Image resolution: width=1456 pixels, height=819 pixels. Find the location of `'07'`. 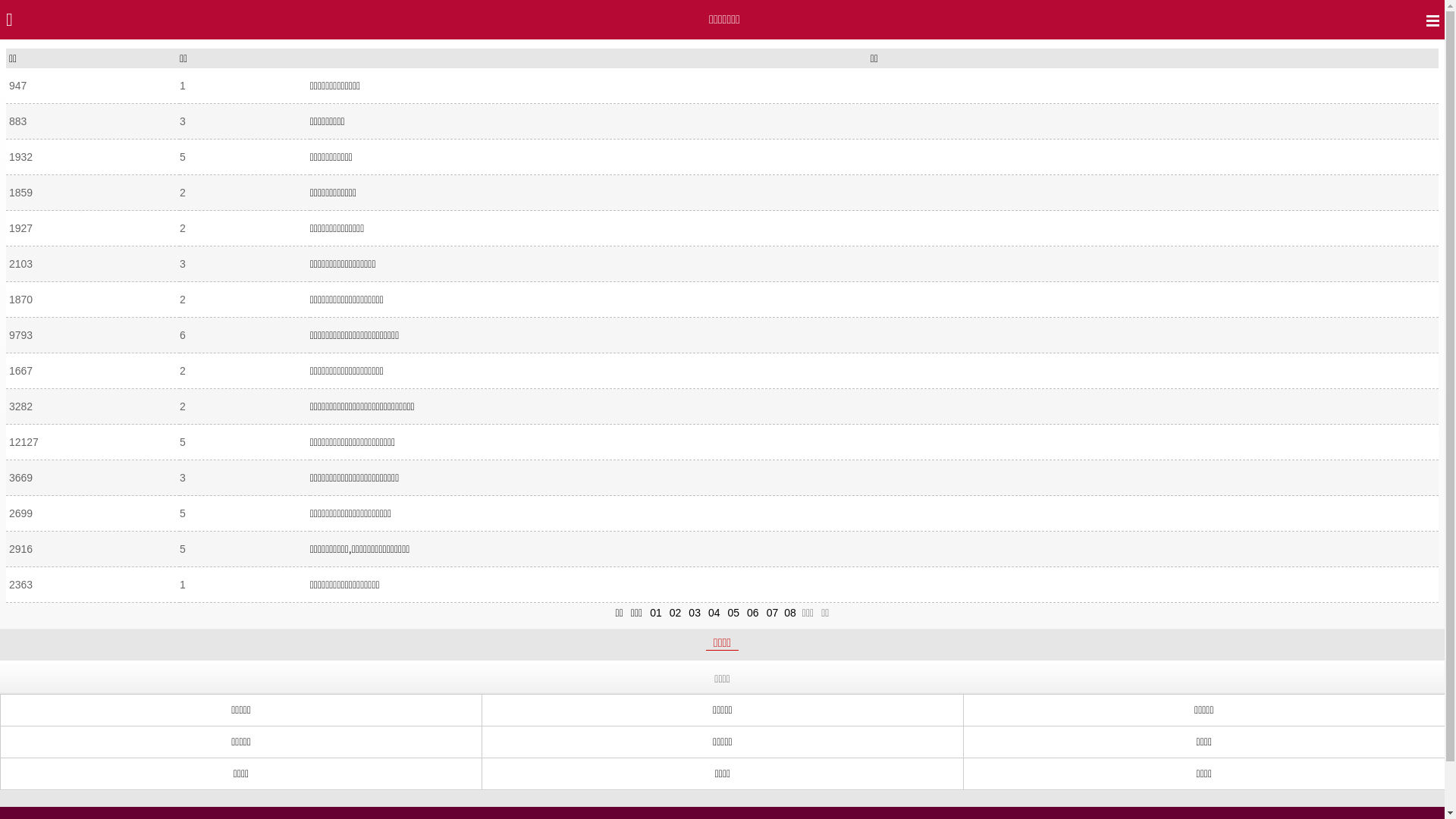

'07' is located at coordinates (772, 611).